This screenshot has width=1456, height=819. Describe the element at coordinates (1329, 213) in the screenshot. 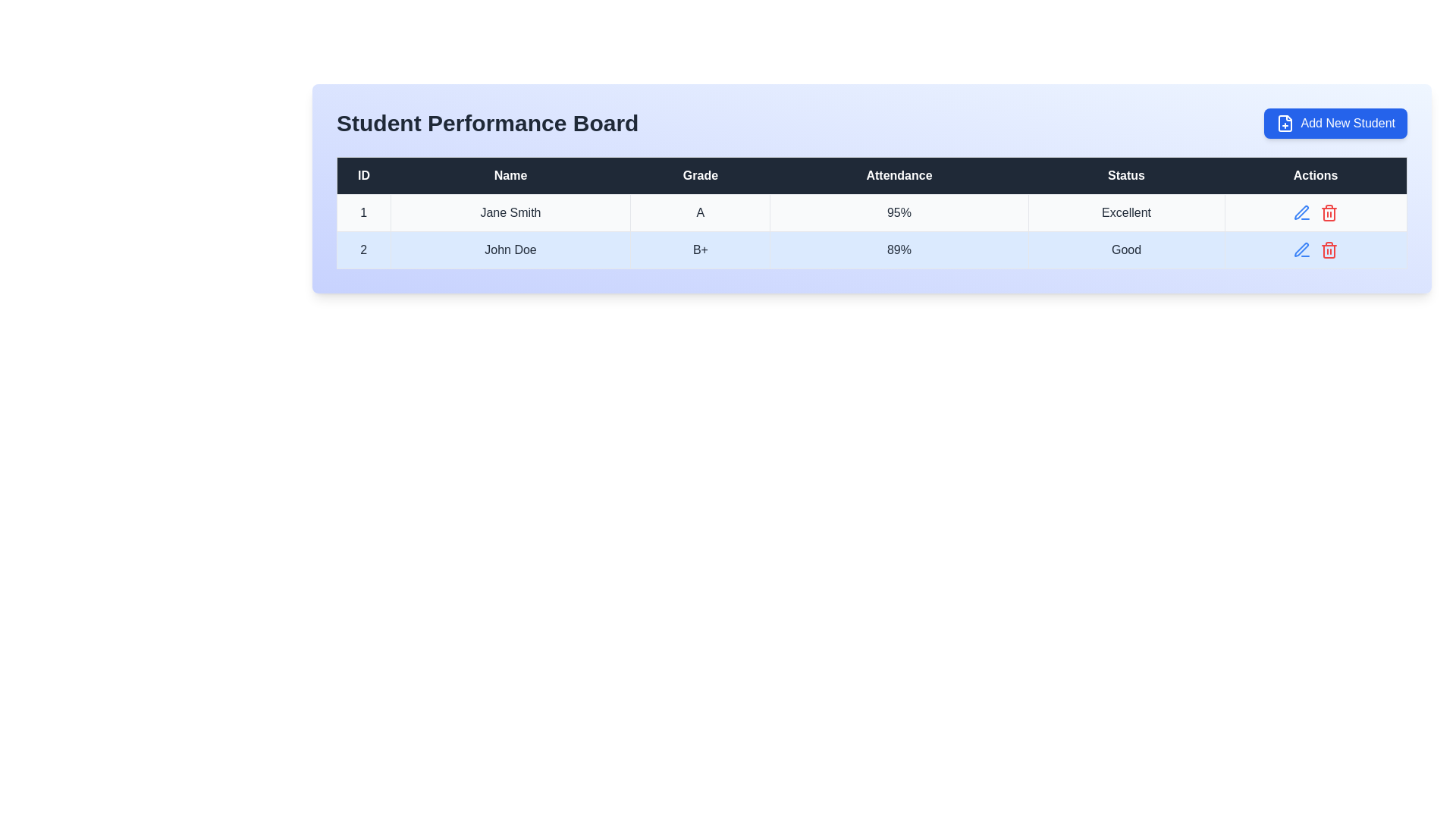

I see `the red trash can icon button located in the 'Actions' column` at that location.